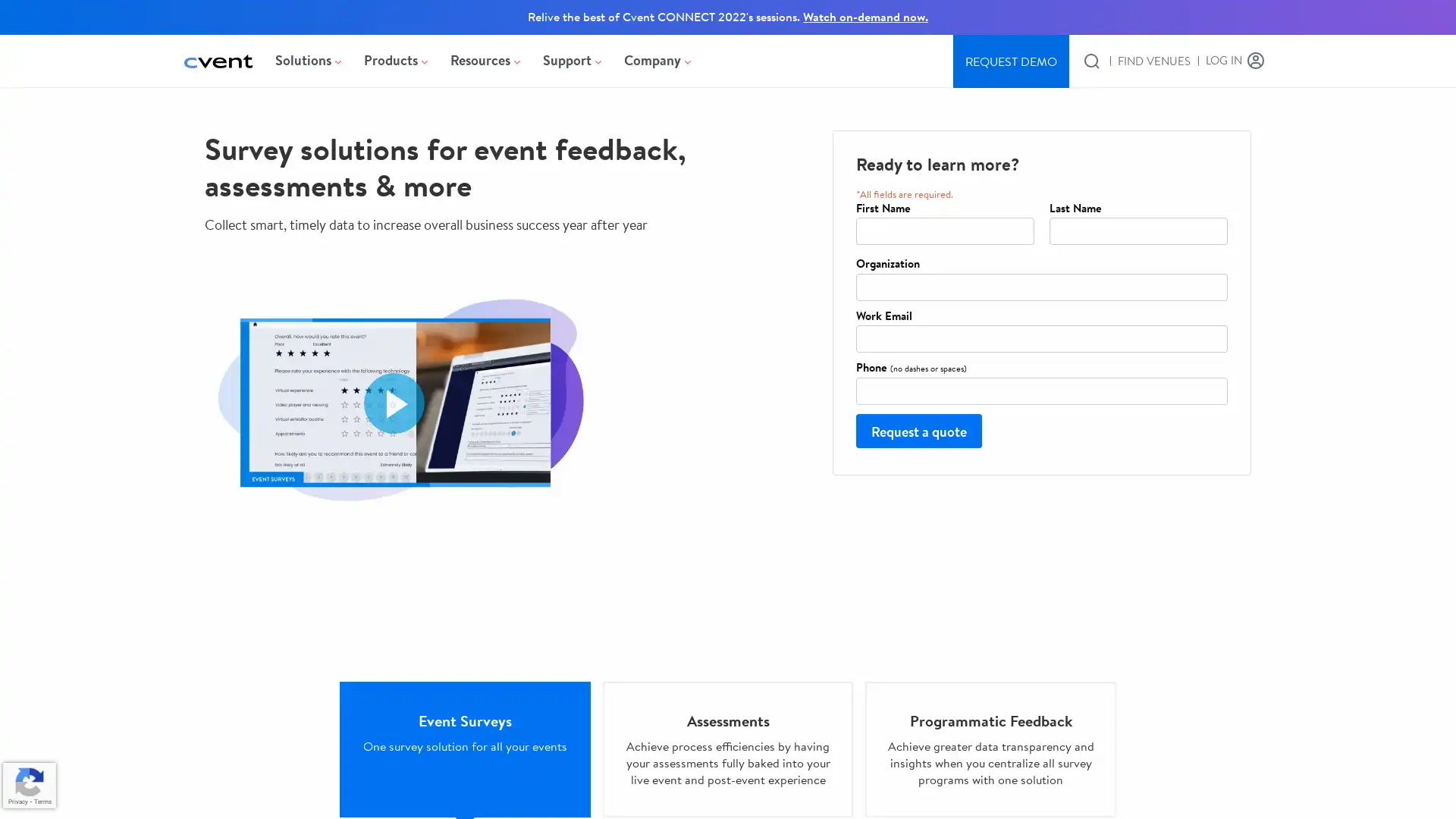  What do you see at coordinates (918, 430) in the screenshot?
I see `Request a quote` at bounding box center [918, 430].